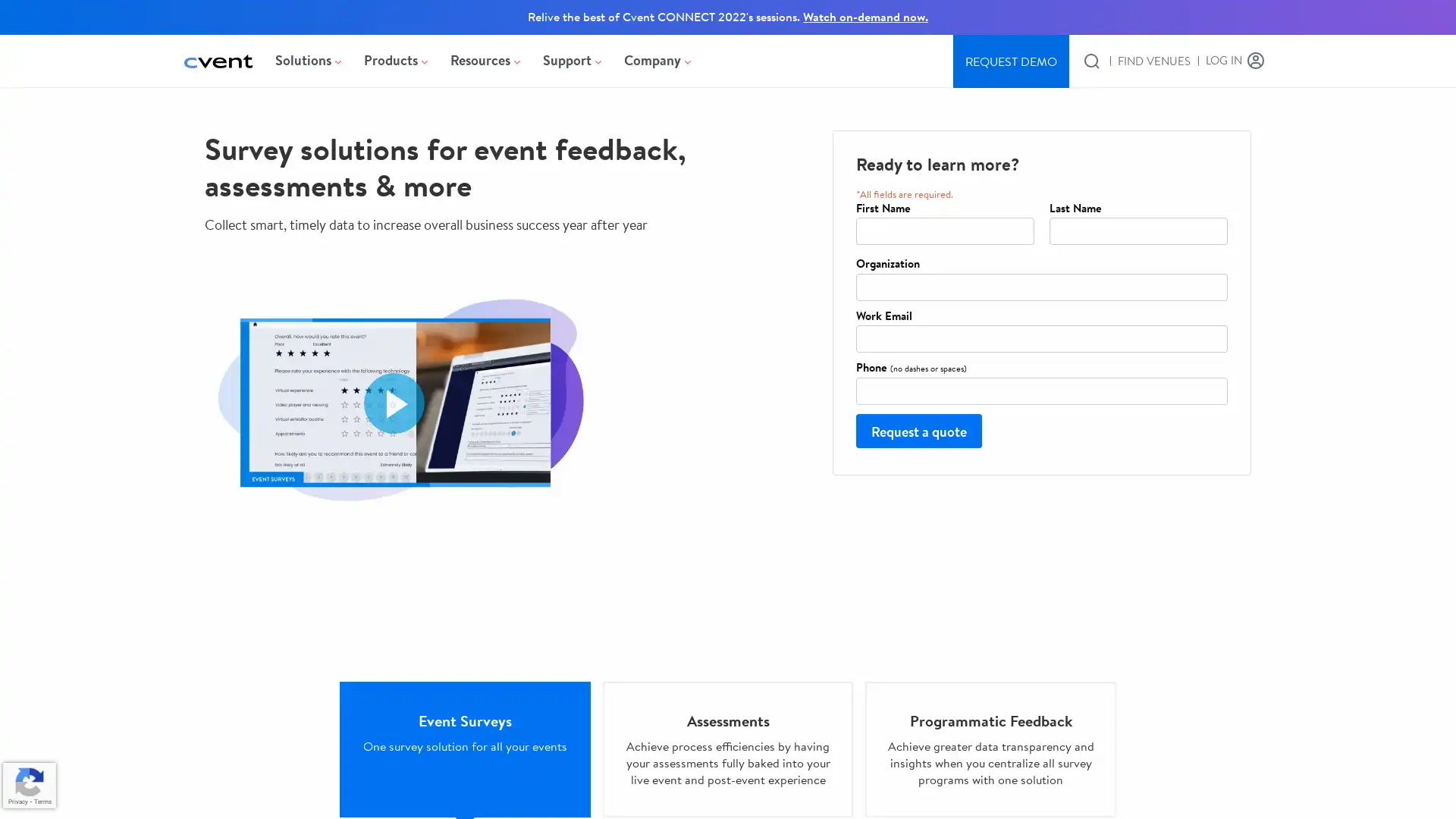  What do you see at coordinates (918, 430) in the screenshot?
I see `Request a quote` at bounding box center [918, 430].